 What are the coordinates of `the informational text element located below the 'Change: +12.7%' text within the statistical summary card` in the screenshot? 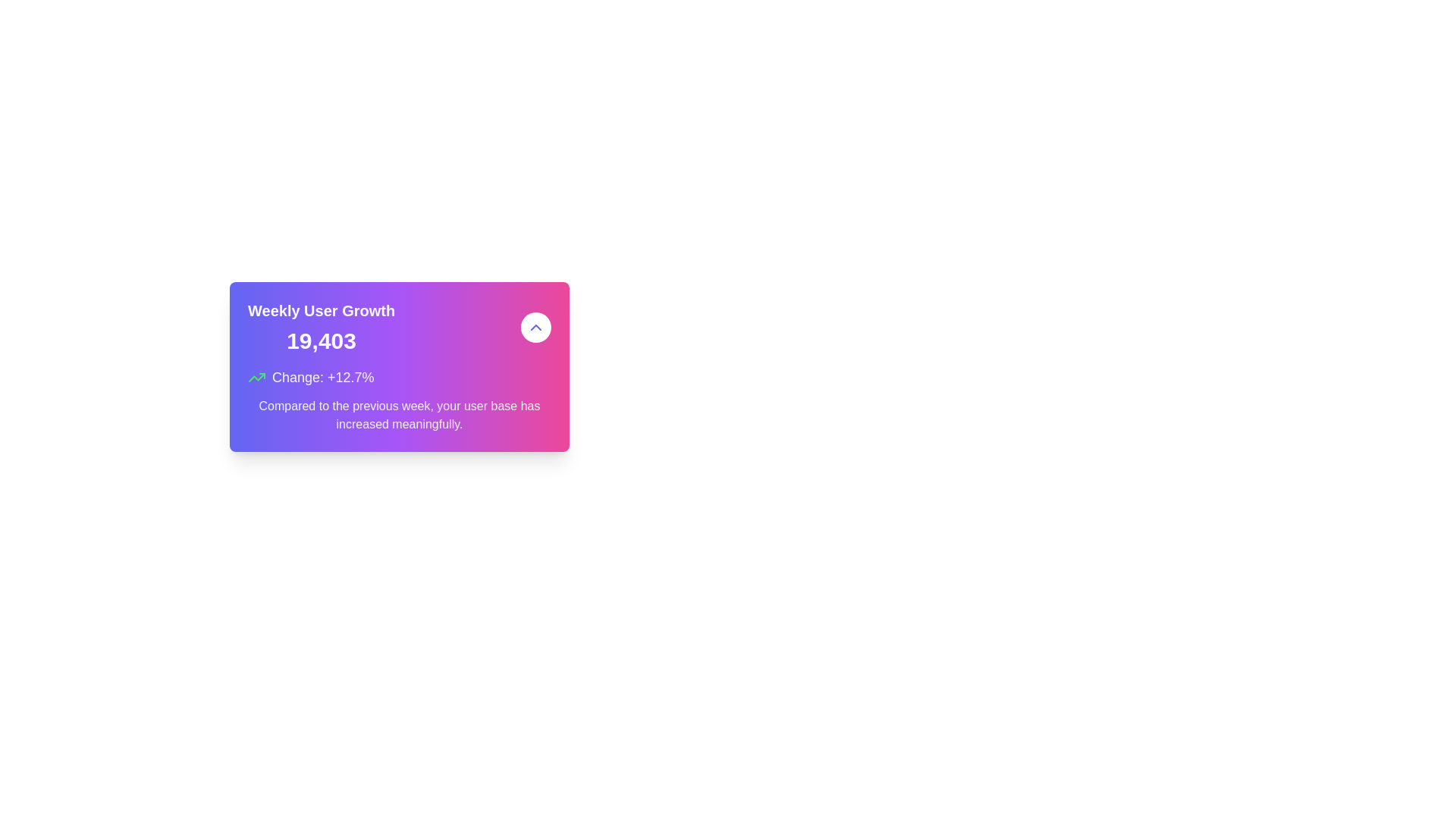 It's located at (400, 415).